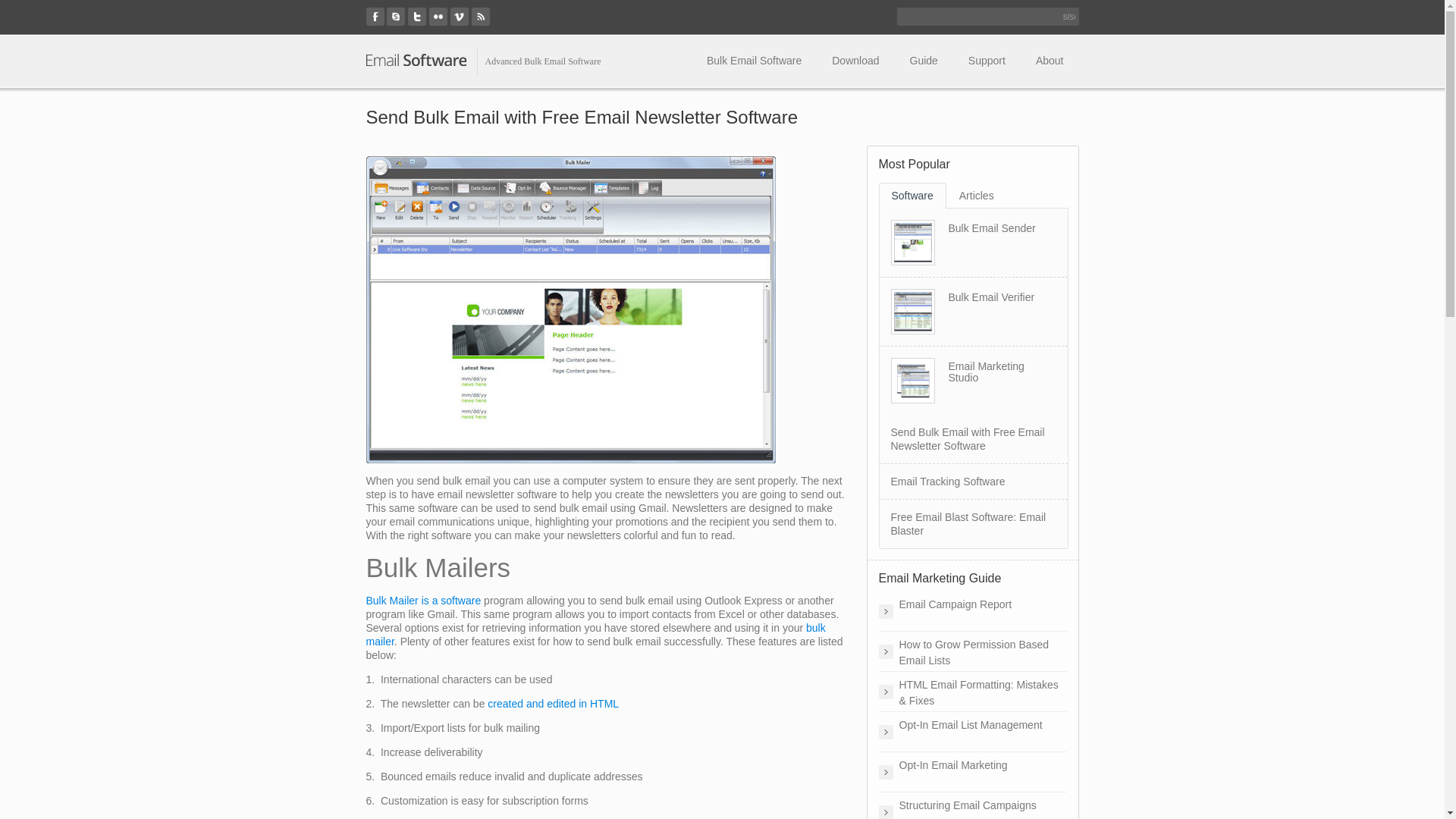 Image resolution: width=1456 pixels, height=819 pixels. What do you see at coordinates (375, 17) in the screenshot?
I see `'Facebook'` at bounding box center [375, 17].